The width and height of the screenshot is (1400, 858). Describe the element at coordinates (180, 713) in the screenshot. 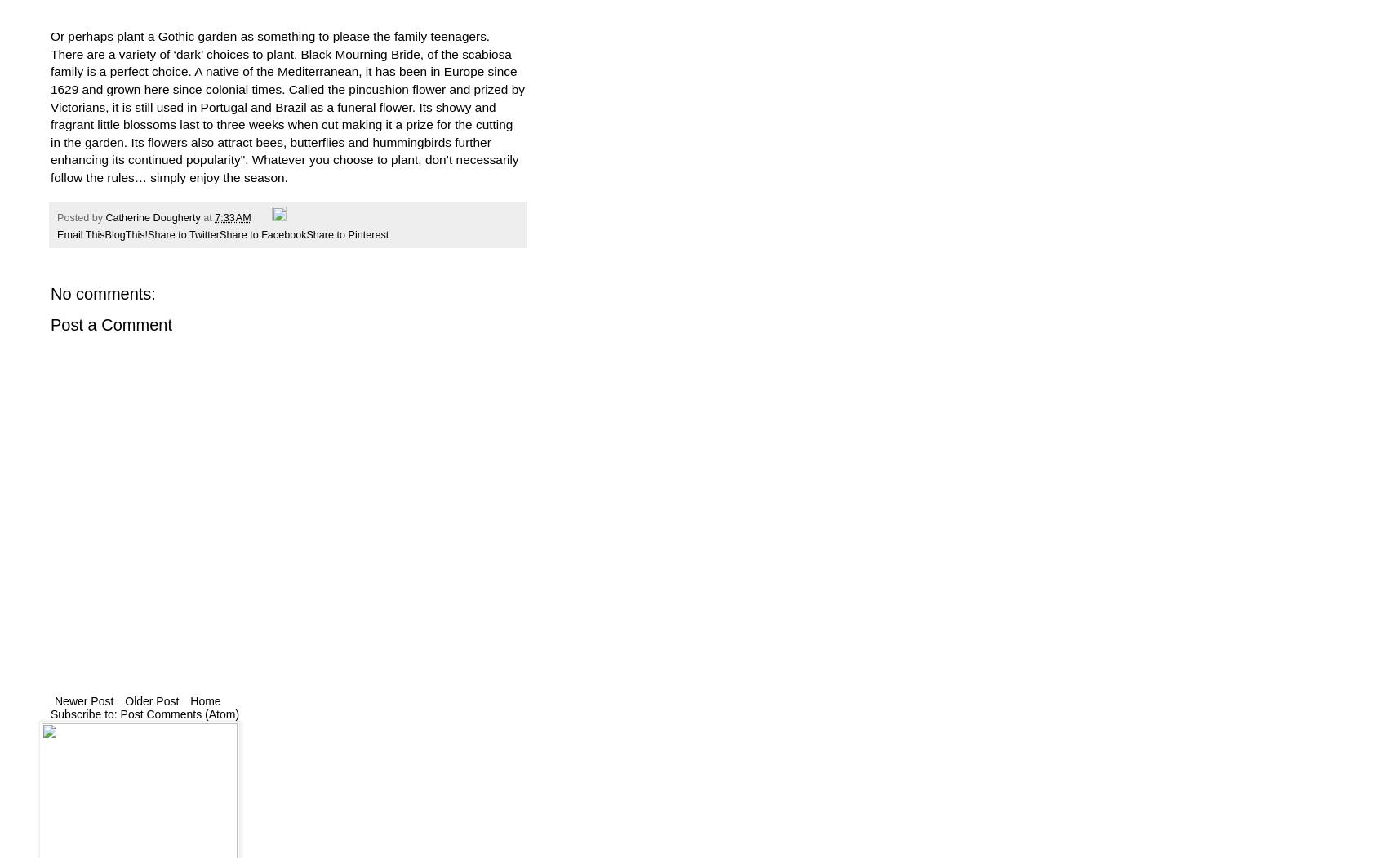

I see `'Post Comments (Atom)'` at that location.